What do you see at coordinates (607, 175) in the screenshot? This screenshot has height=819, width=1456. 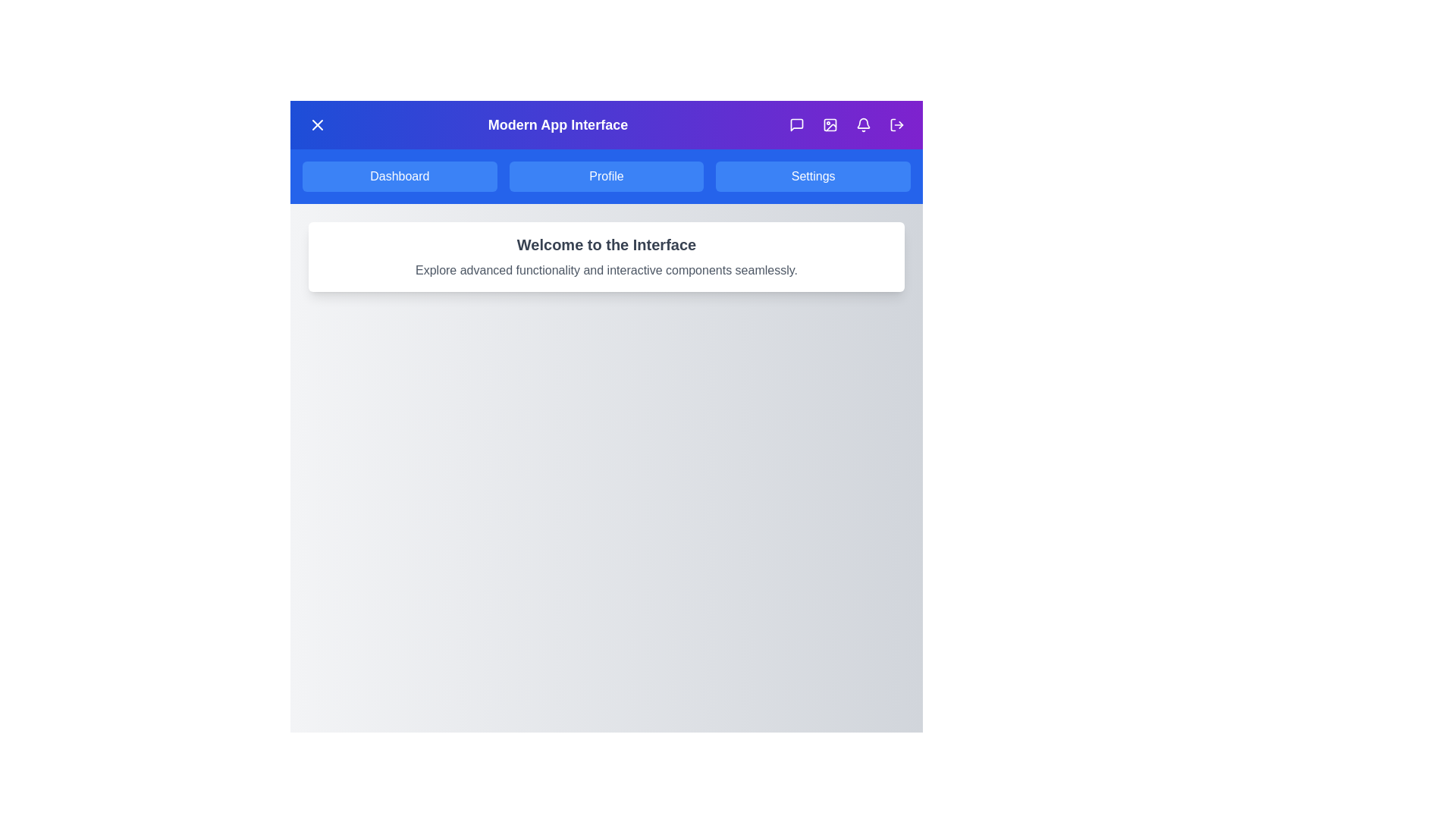 I see `the navigation bar item Profile` at bounding box center [607, 175].